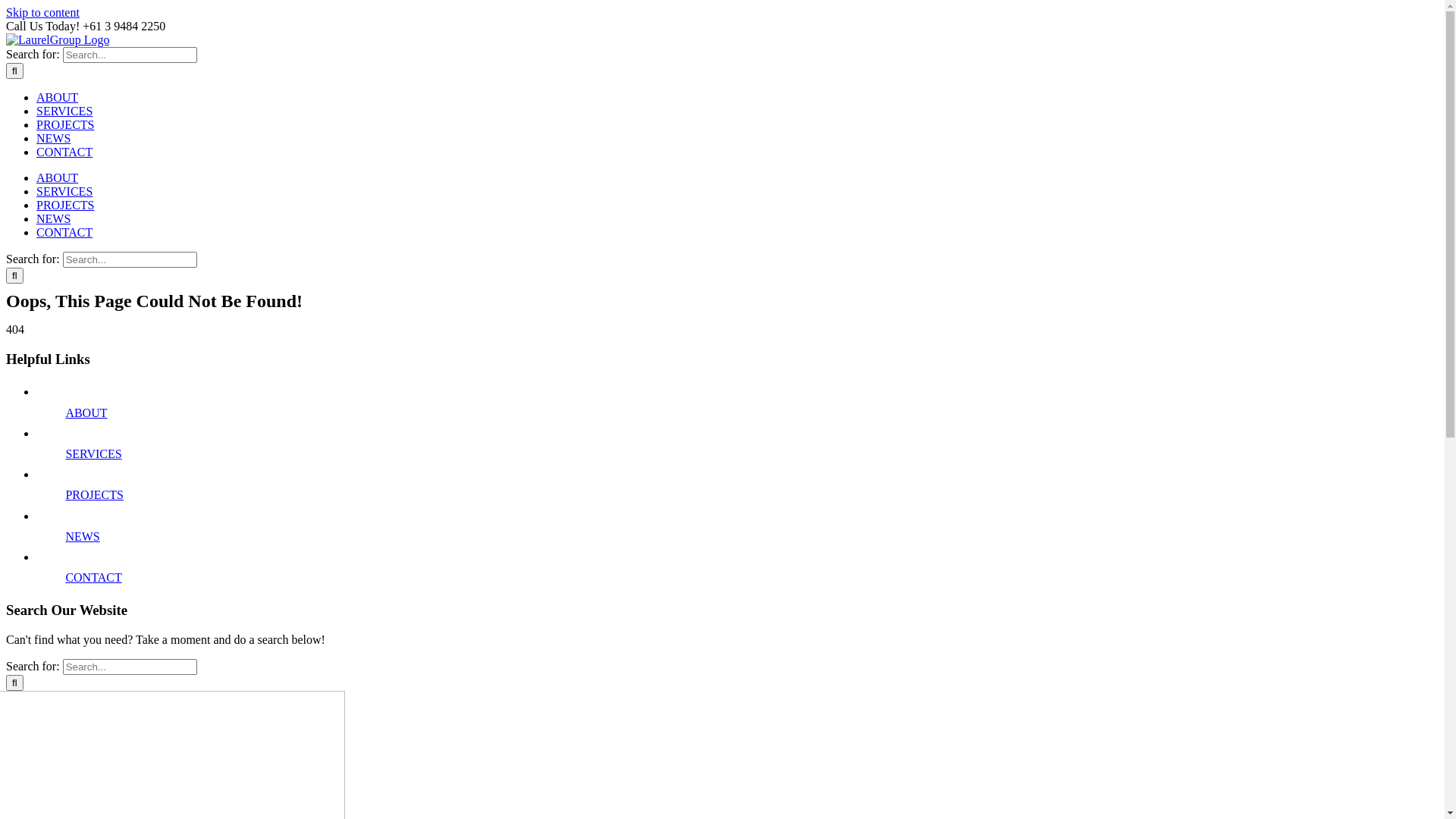 Image resolution: width=1456 pixels, height=819 pixels. I want to click on 'SERVICES', so click(93, 453).